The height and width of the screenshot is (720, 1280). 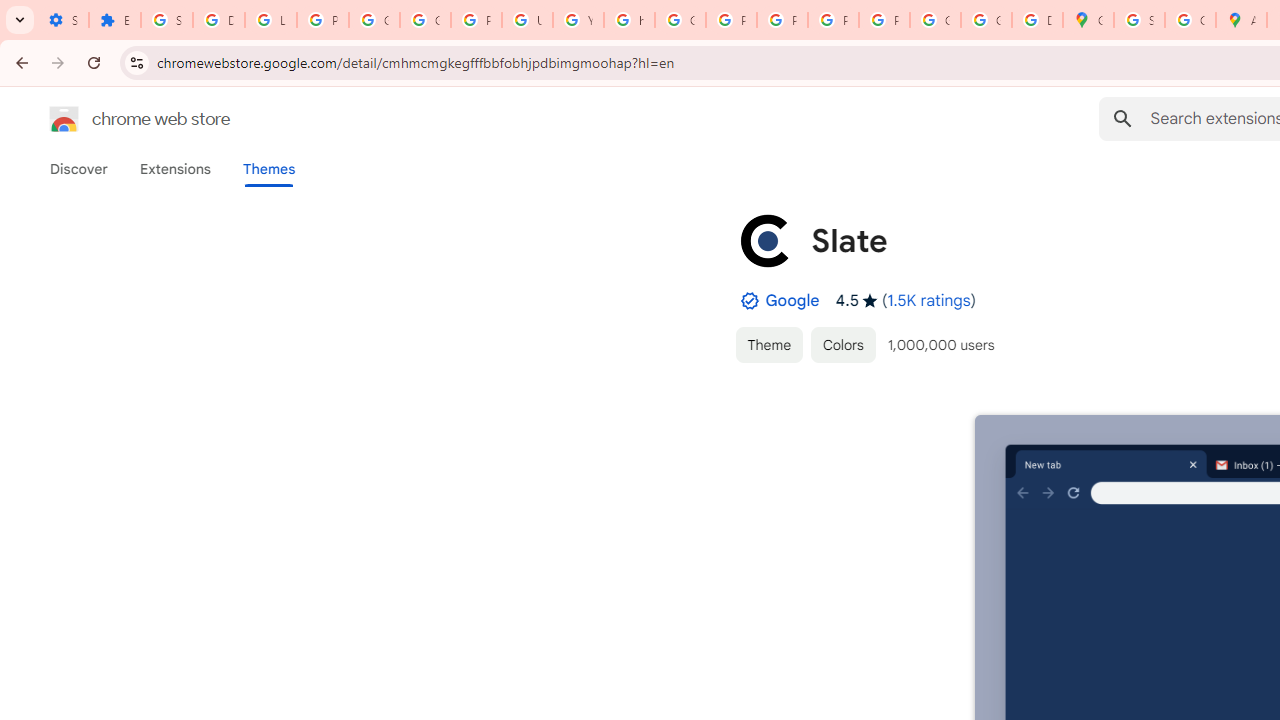 What do you see at coordinates (1087, 20) in the screenshot?
I see `'Google Maps'` at bounding box center [1087, 20].